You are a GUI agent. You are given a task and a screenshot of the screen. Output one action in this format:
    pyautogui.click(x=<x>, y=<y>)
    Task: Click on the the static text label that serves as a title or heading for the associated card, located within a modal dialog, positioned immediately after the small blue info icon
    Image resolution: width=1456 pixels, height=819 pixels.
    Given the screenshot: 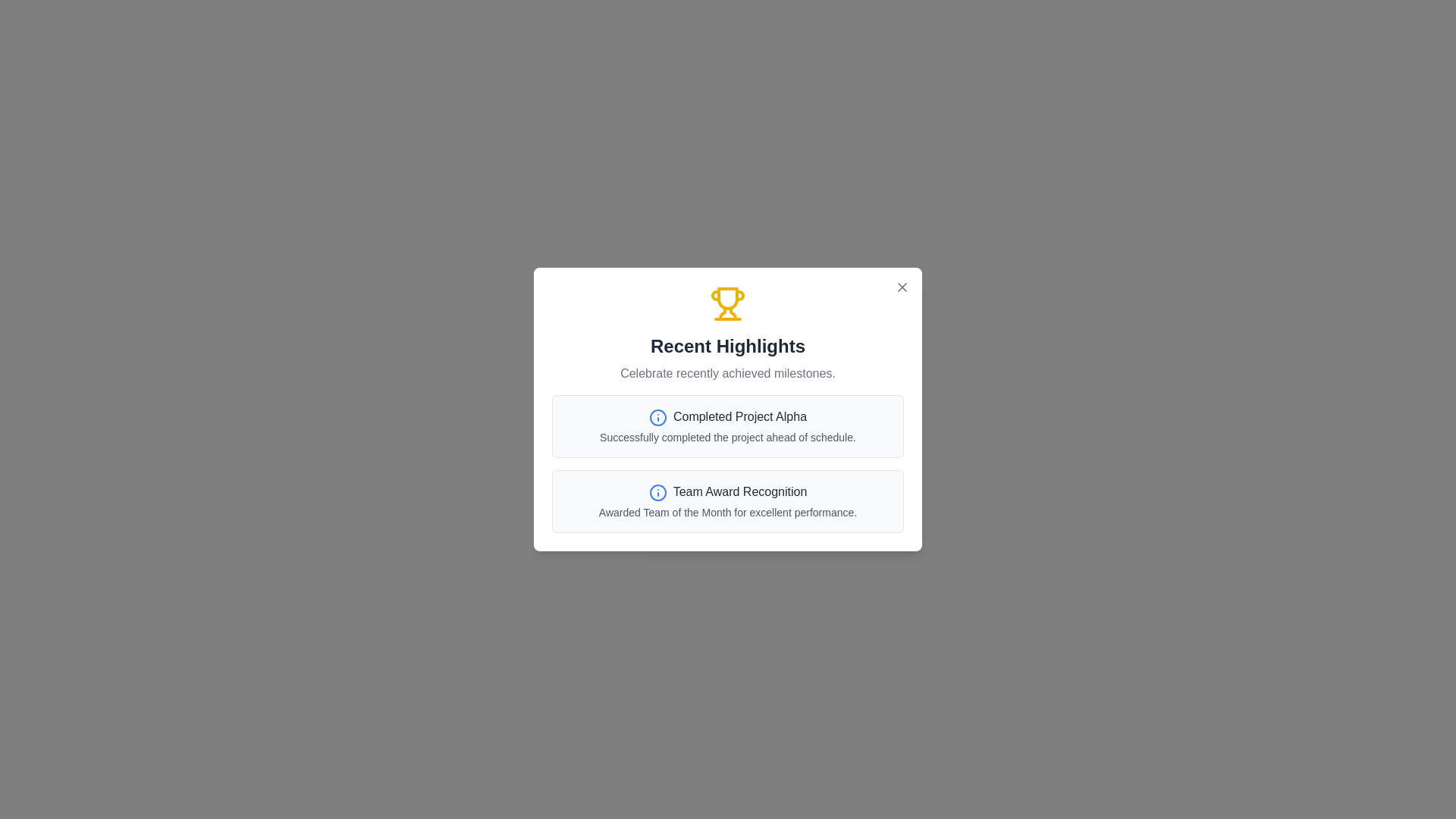 What is the action you would take?
    pyautogui.click(x=739, y=491)
    